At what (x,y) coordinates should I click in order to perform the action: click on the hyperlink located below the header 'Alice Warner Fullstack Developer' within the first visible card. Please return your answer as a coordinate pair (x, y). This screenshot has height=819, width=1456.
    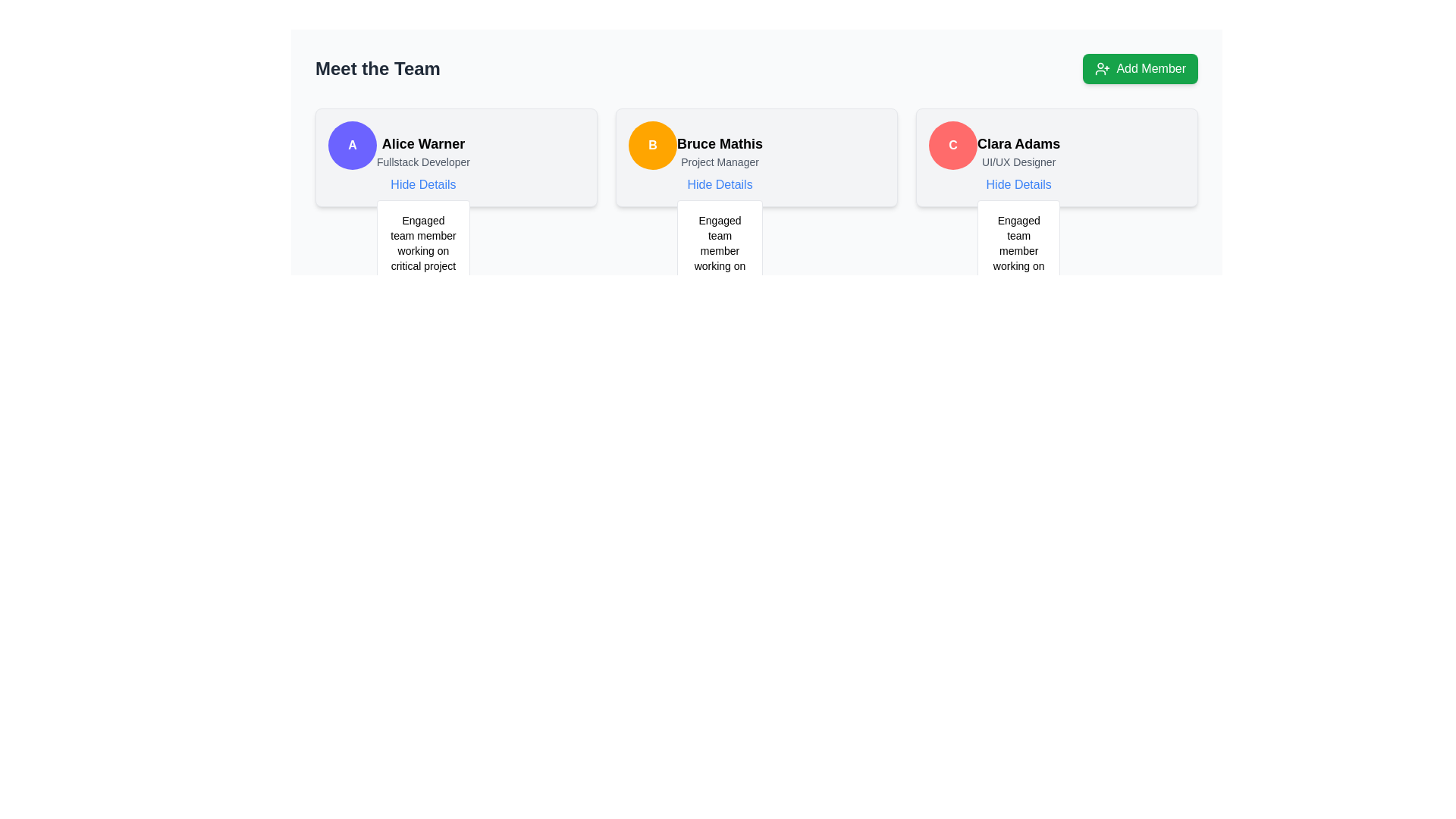
    Looking at the image, I should click on (423, 184).